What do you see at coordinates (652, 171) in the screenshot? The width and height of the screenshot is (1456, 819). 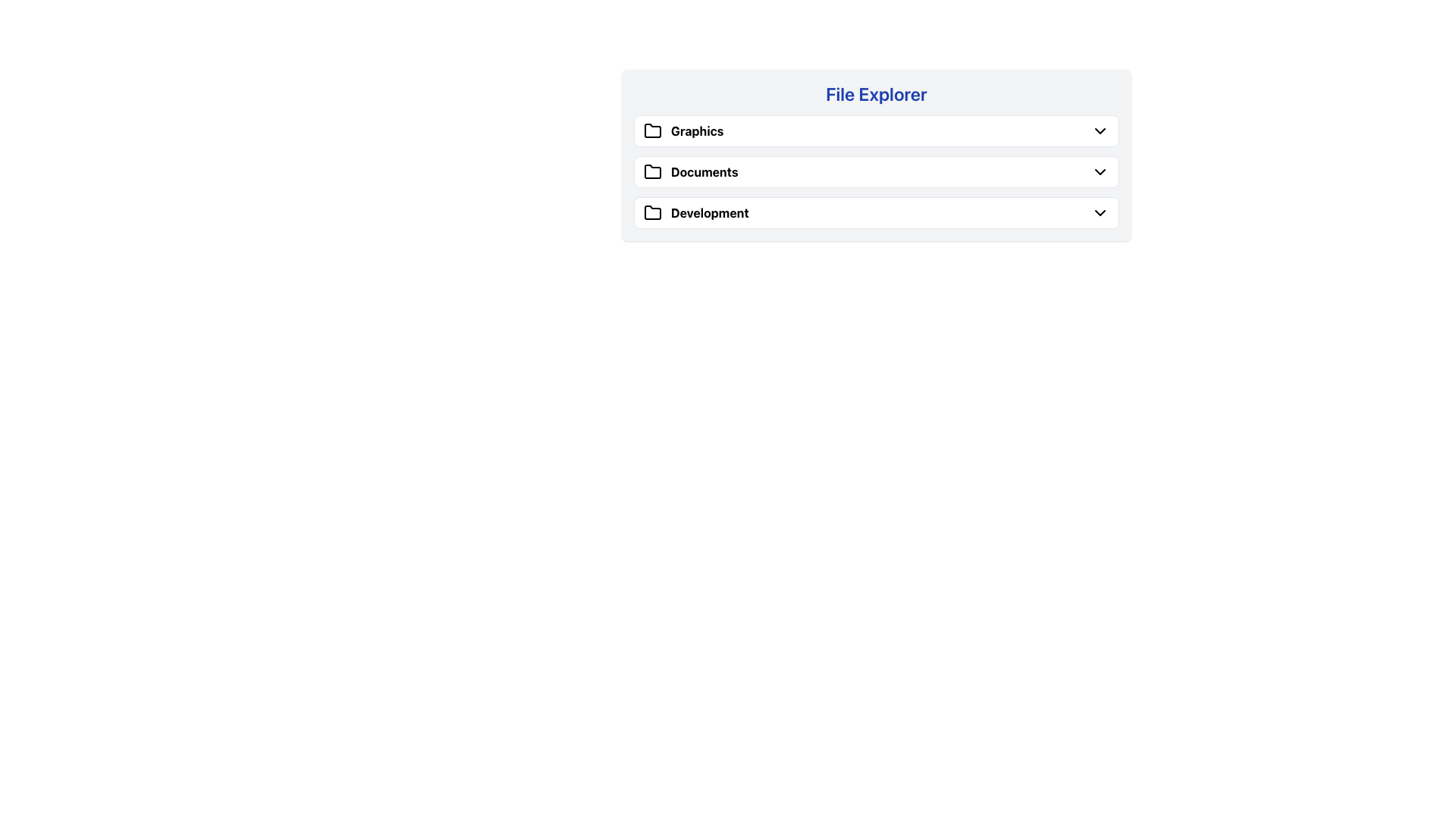 I see `the folder icon located in the 'Documents' row of the file explorer interface` at bounding box center [652, 171].